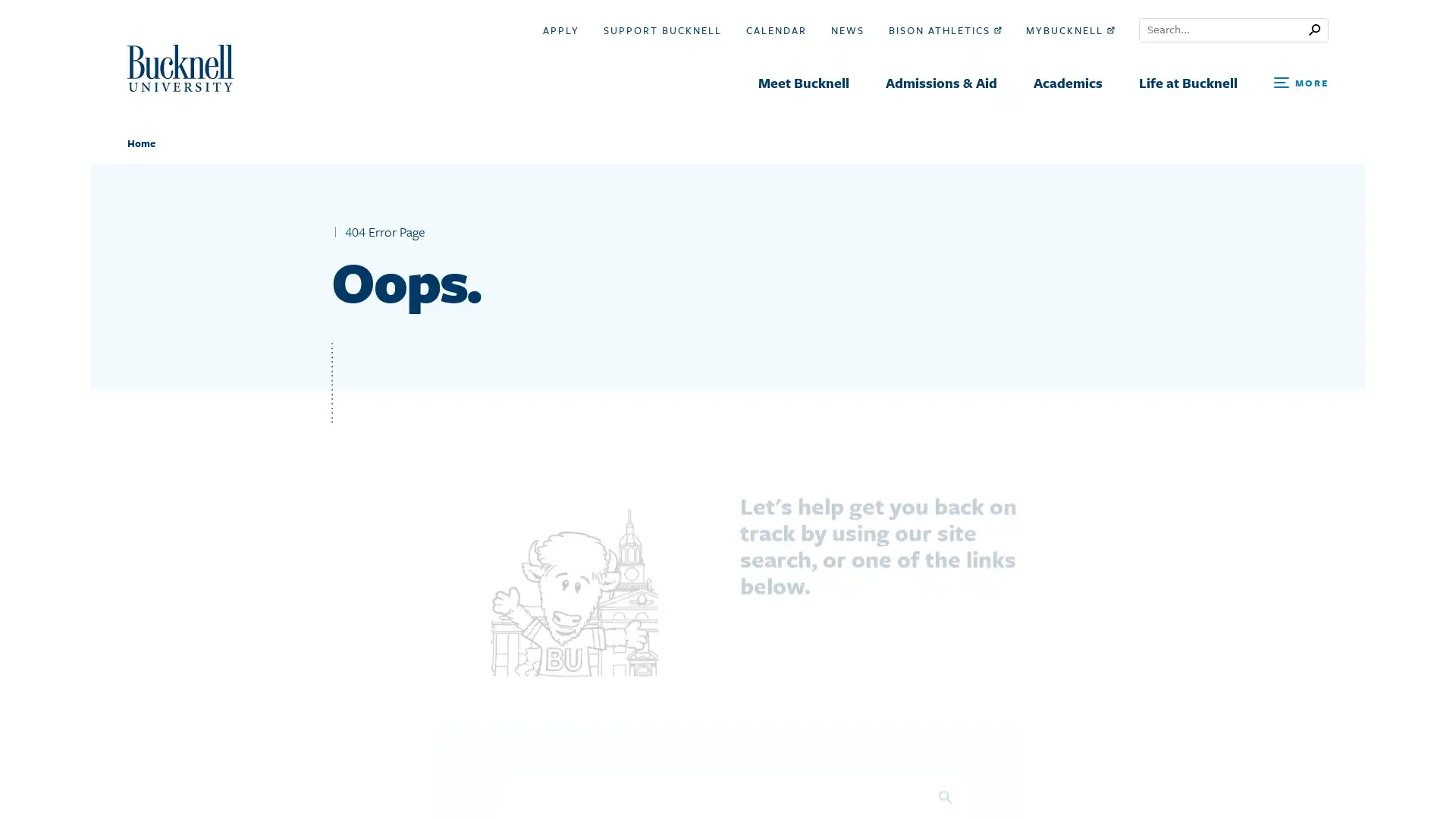 This screenshot has width=1456, height=819. Describe the element at coordinates (1317, 30) in the screenshot. I see `Submit` at that location.